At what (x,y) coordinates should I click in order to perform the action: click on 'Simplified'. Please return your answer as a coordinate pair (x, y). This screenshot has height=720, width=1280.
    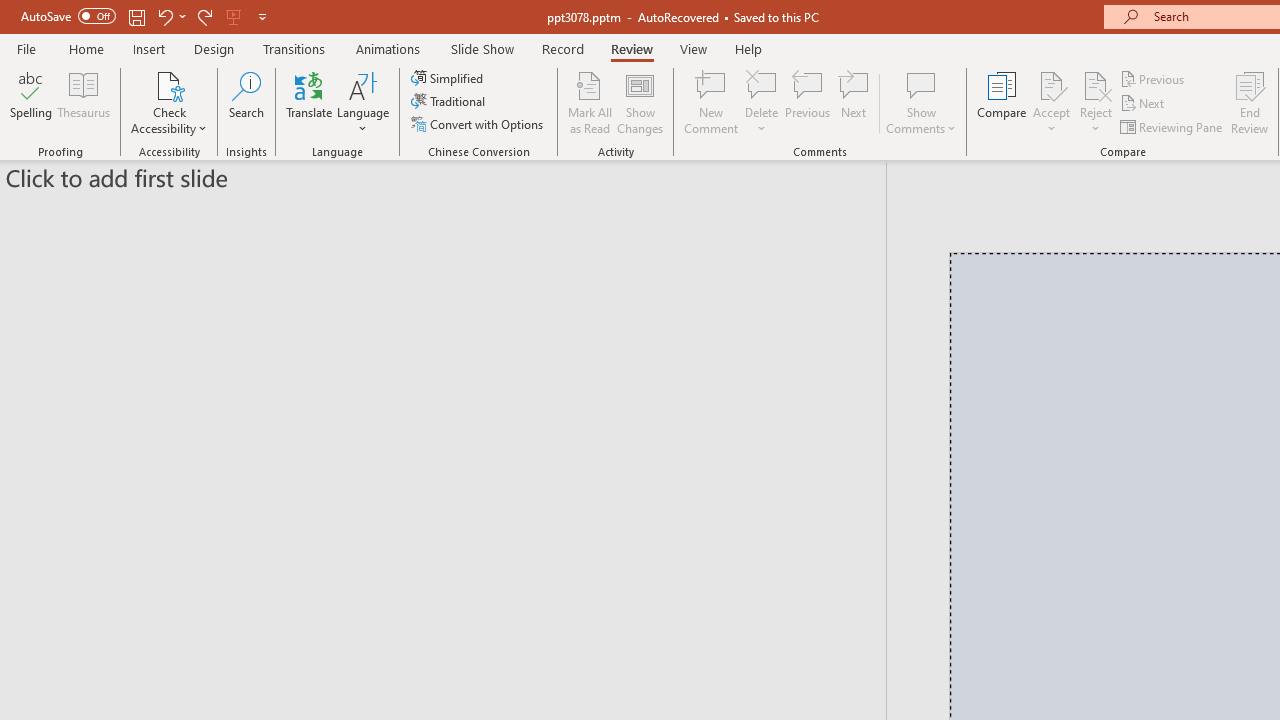
    Looking at the image, I should click on (448, 77).